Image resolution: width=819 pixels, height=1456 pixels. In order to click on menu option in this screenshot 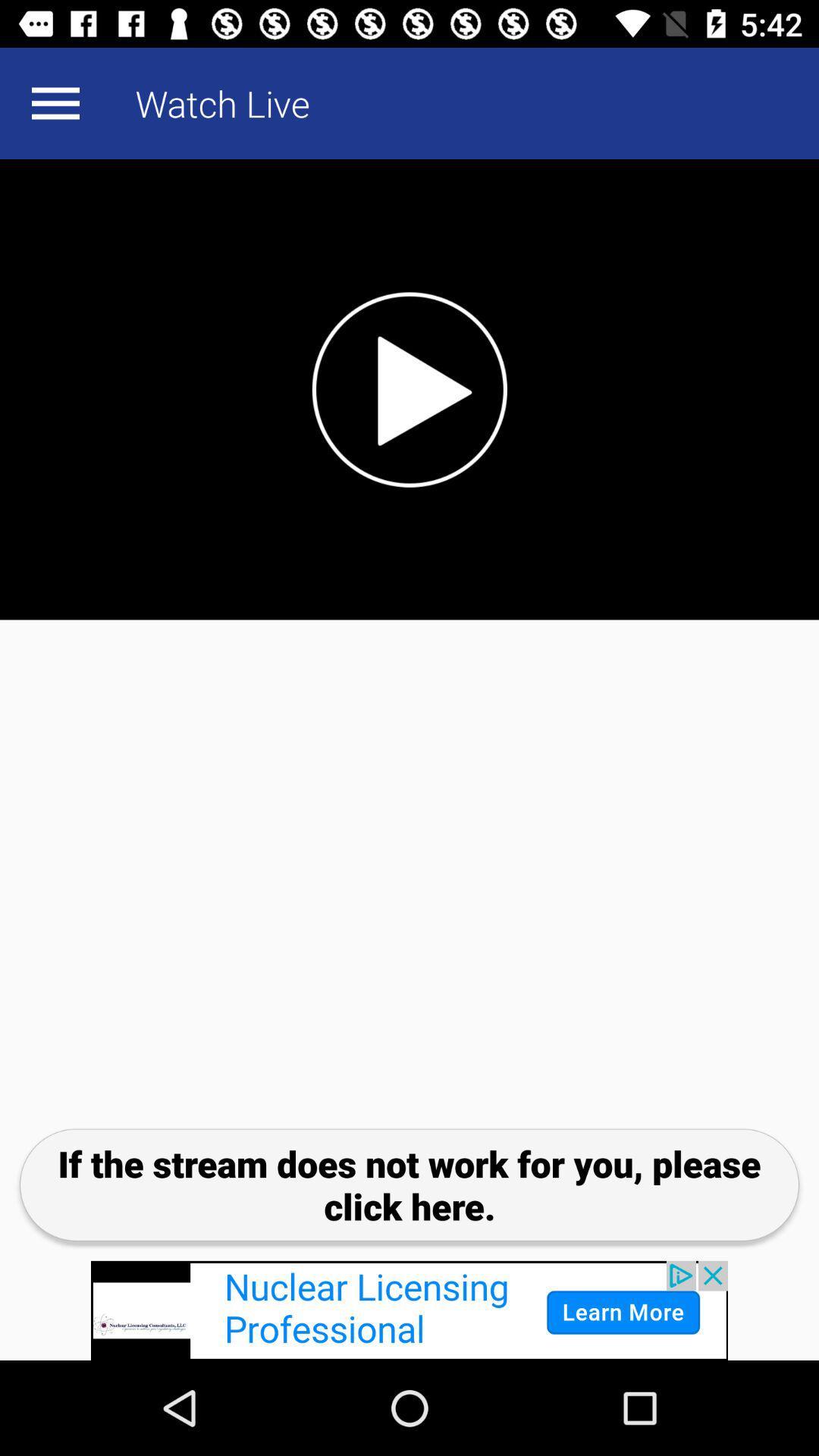, I will do `click(55, 102)`.